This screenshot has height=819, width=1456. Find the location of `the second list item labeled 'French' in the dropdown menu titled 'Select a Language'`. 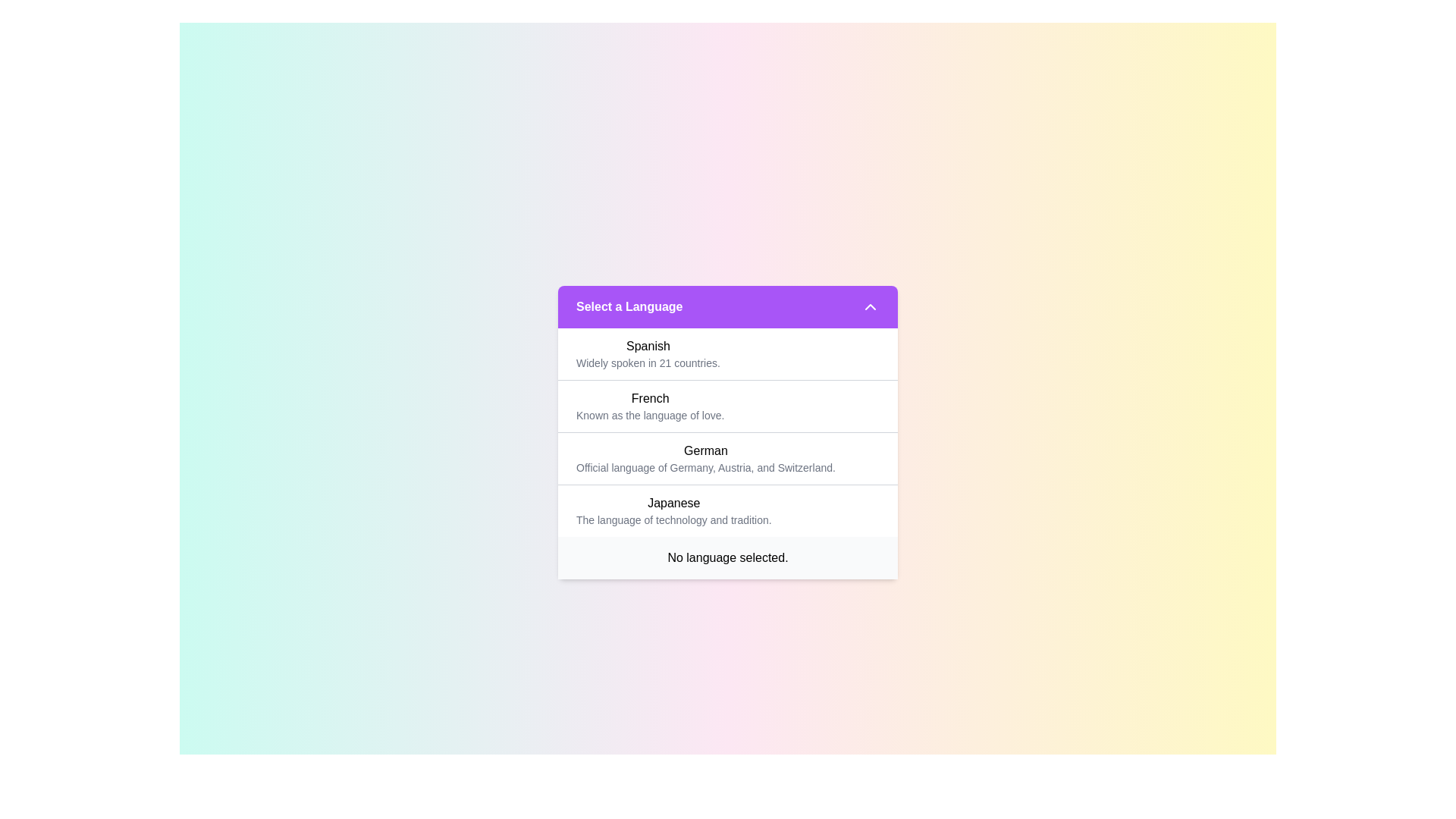

the second list item labeled 'French' in the dropdown menu titled 'Select a Language' is located at coordinates (728, 432).